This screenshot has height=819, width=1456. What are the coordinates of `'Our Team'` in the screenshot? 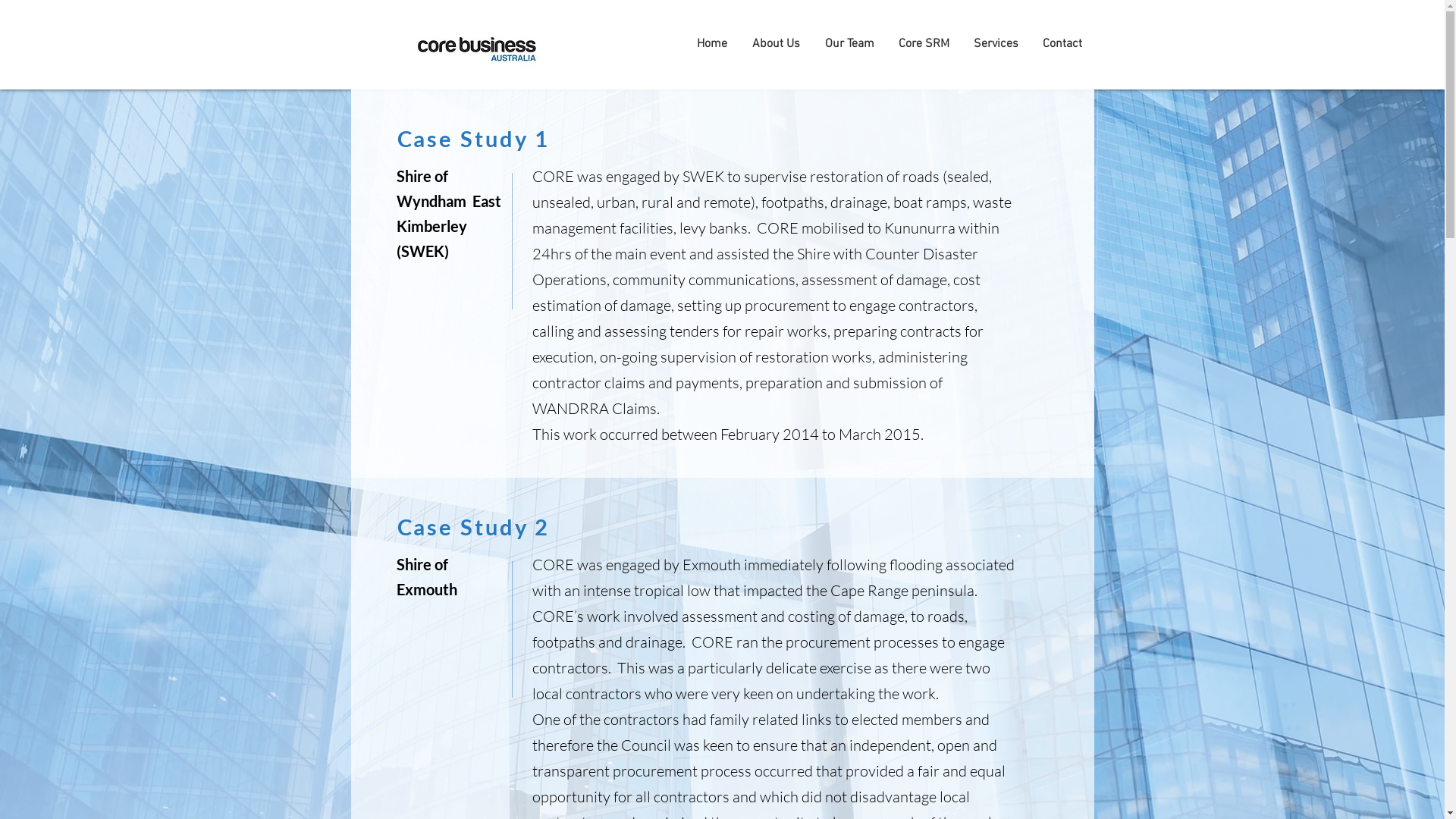 It's located at (849, 43).